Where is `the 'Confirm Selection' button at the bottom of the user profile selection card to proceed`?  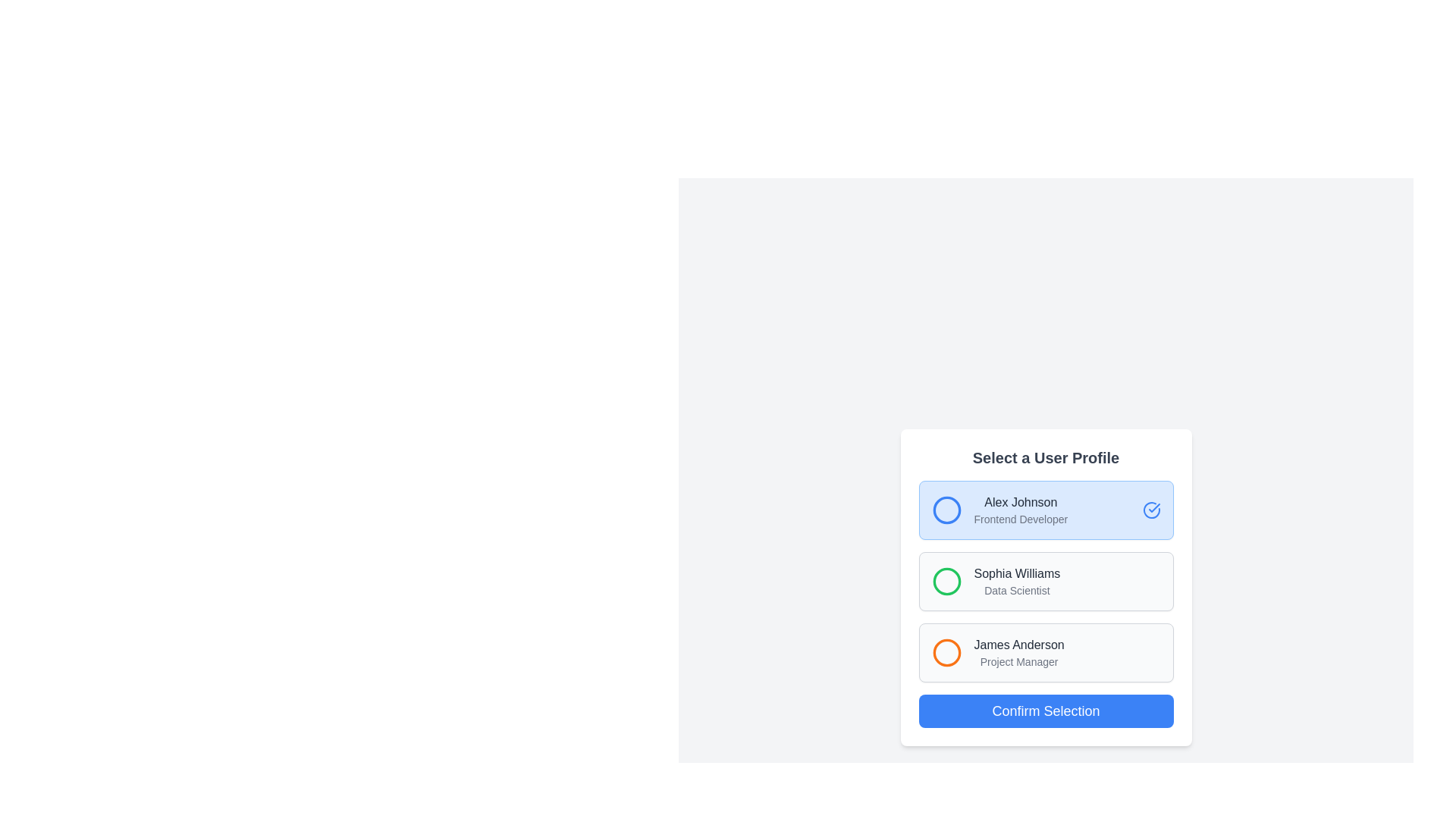
the 'Confirm Selection' button at the bottom of the user profile selection card to proceed is located at coordinates (1045, 587).